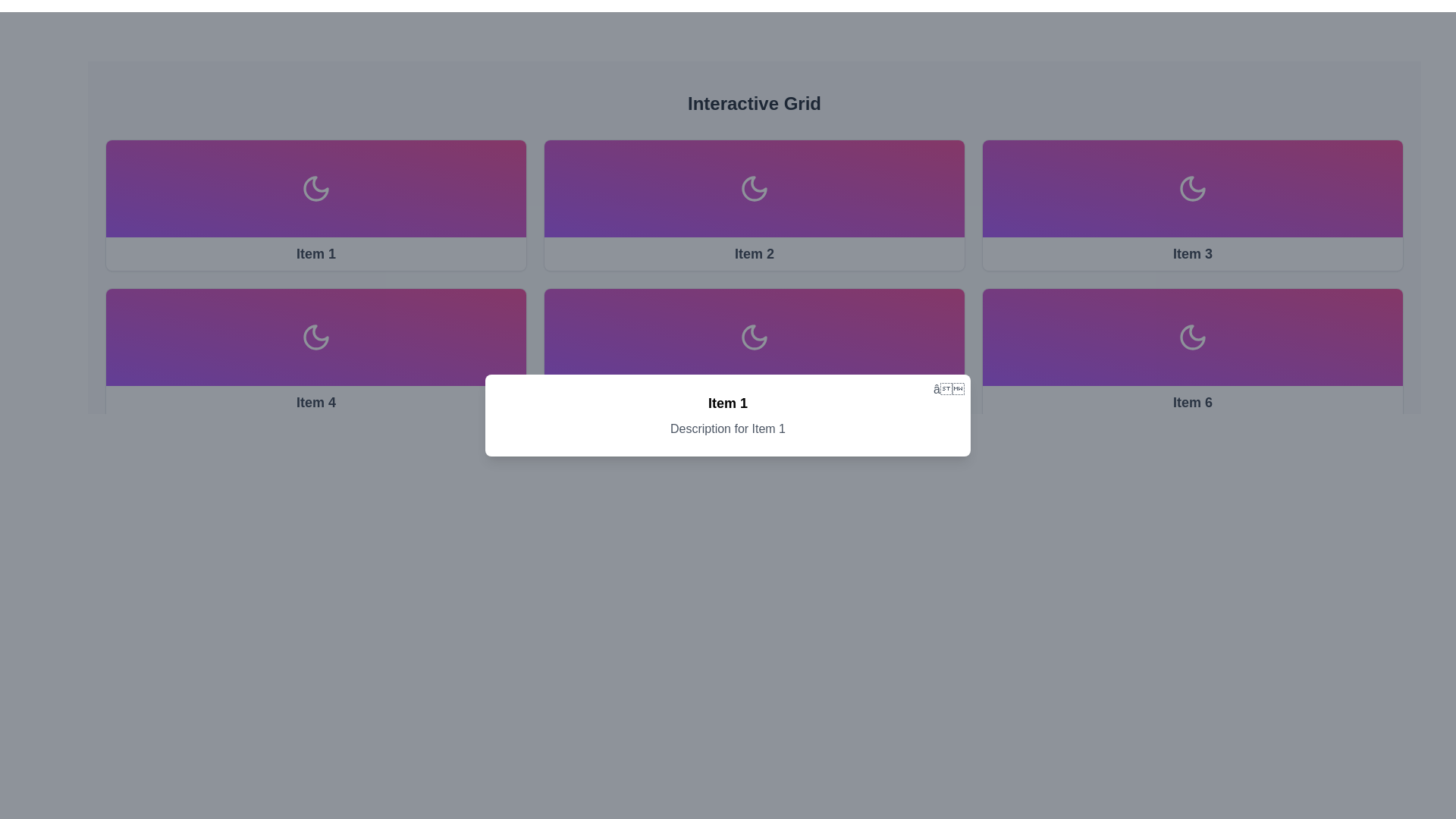 Image resolution: width=1456 pixels, height=819 pixels. Describe the element at coordinates (315, 353) in the screenshot. I see `the fourth Card component in the grid layout, which is located in the second row, first column, directly below 'Item 1'` at that location.